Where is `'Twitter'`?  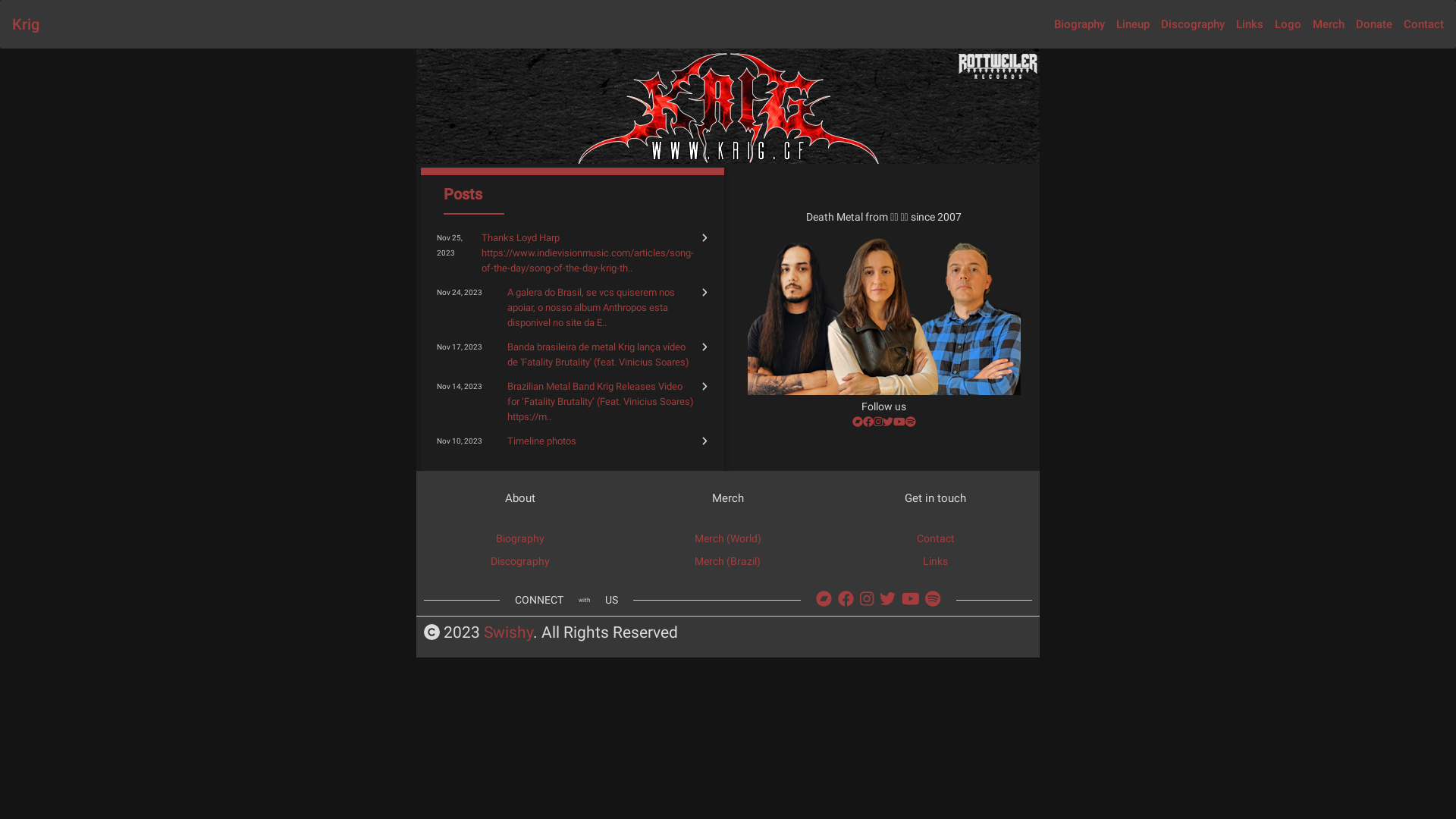 'Twitter' is located at coordinates (887, 598).